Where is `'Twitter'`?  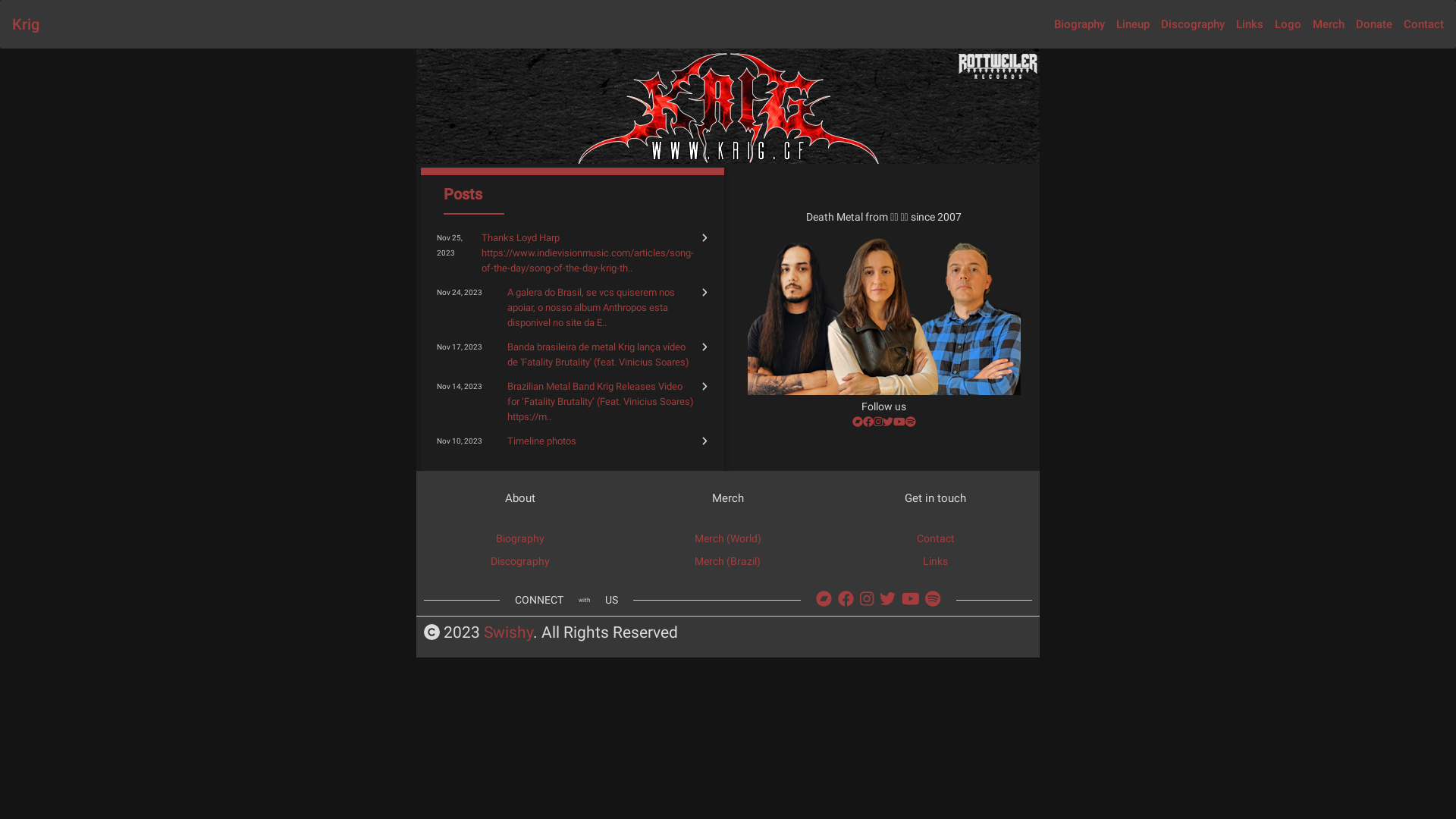 'Twitter' is located at coordinates (887, 598).